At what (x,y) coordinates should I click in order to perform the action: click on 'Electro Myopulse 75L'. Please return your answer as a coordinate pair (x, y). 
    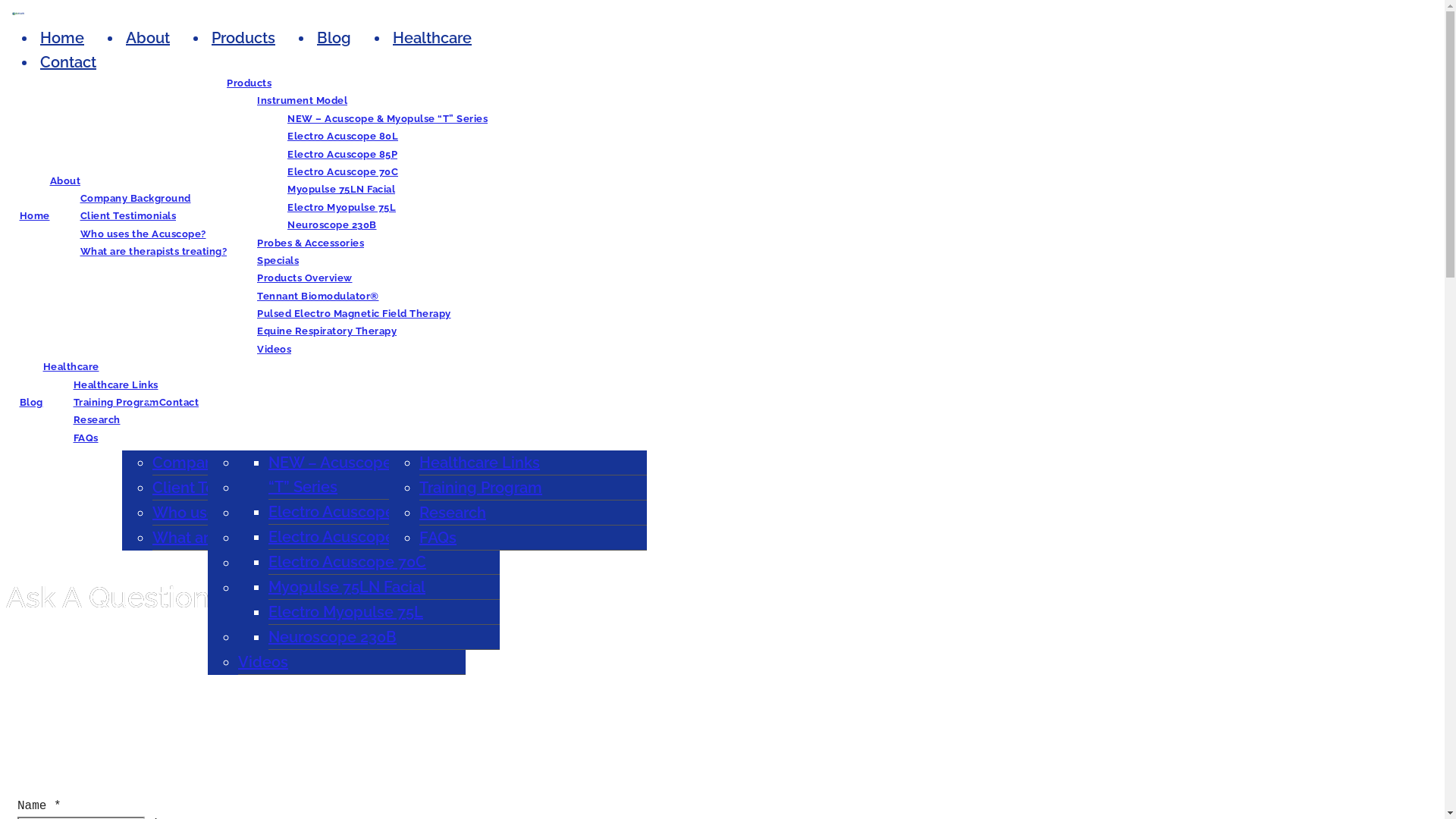
    Looking at the image, I should click on (340, 207).